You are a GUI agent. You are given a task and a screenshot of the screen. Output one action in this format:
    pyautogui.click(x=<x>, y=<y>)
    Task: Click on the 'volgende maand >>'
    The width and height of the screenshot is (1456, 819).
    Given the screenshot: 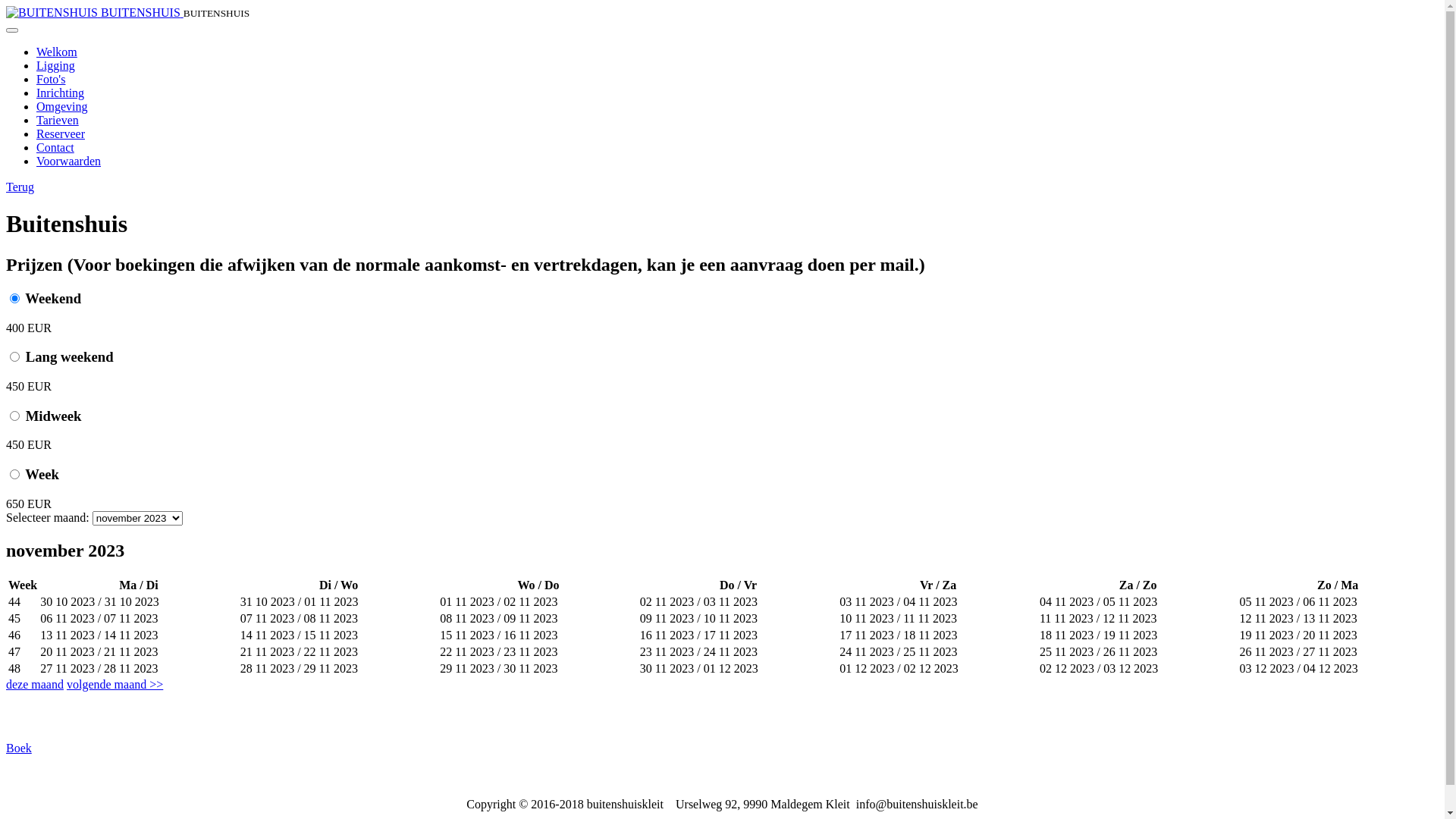 What is the action you would take?
    pyautogui.click(x=114, y=684)
    